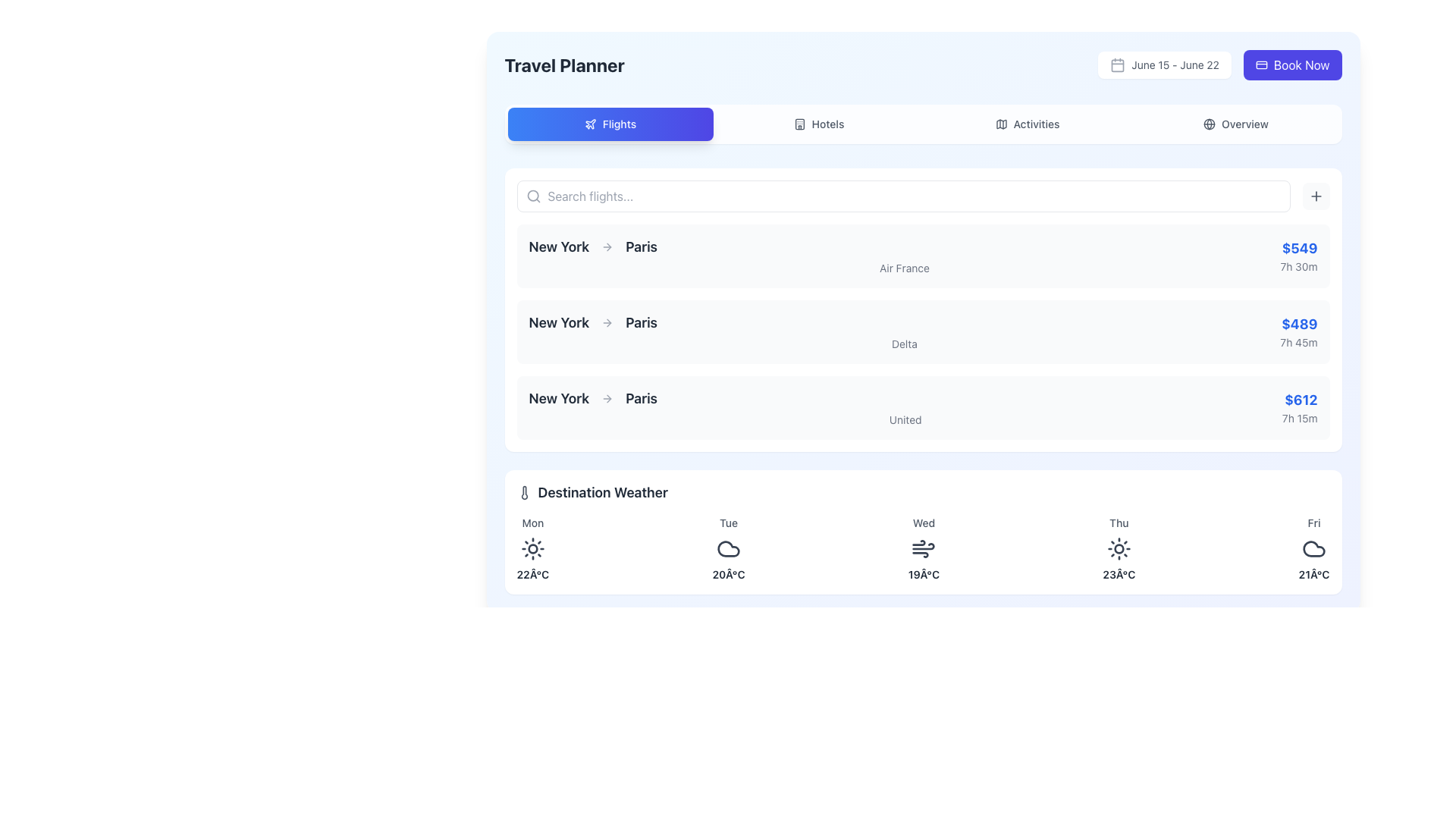  Describe the element at coordinates (524, 493) in the screenshot. I see `the thermometer icon located beside the 'Destination Weather' text, which is a vertical rectangular shape with rounded edges and a circular bulb at the bottom, indicating temperature` at that location.